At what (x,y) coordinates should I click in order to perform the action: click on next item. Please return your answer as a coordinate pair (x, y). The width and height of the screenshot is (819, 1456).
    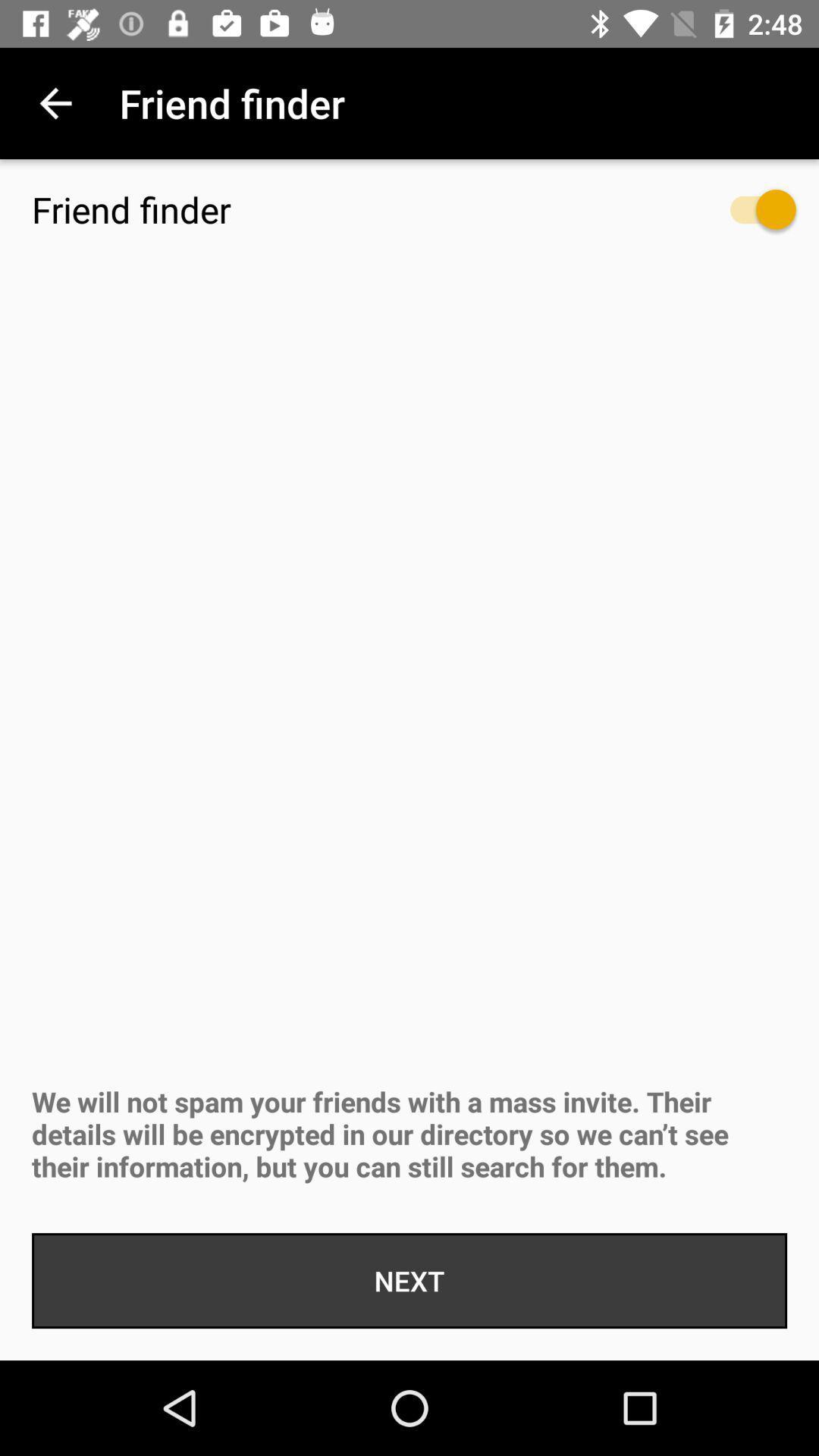
    Looking at the image, I should click on (409, 1280).